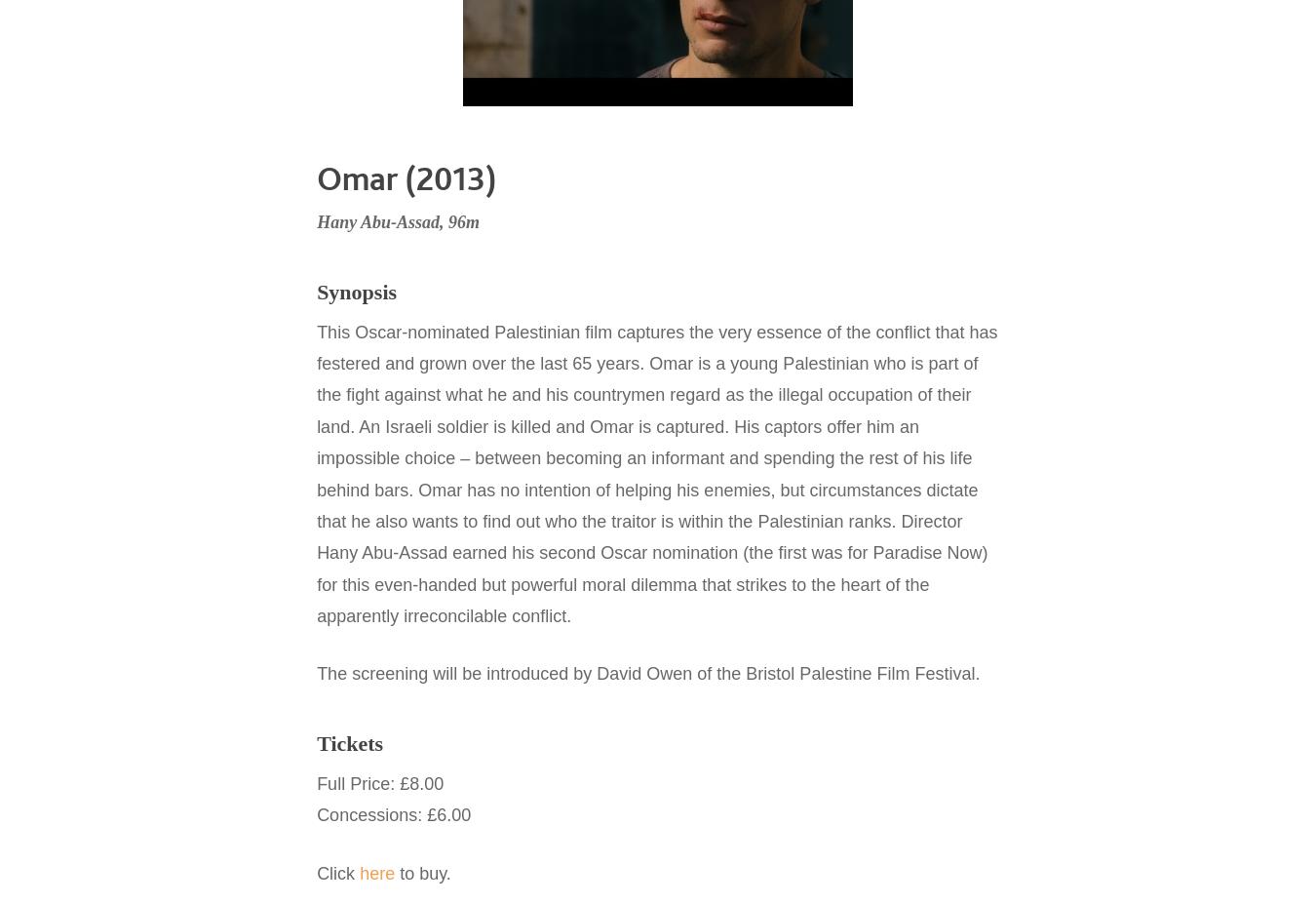  Describe the element at coordinates (315, 672) in the screenshot. I see `'The screening will be introduced by David Owen of the Bristol Palestine Film Festival.'` at that location.